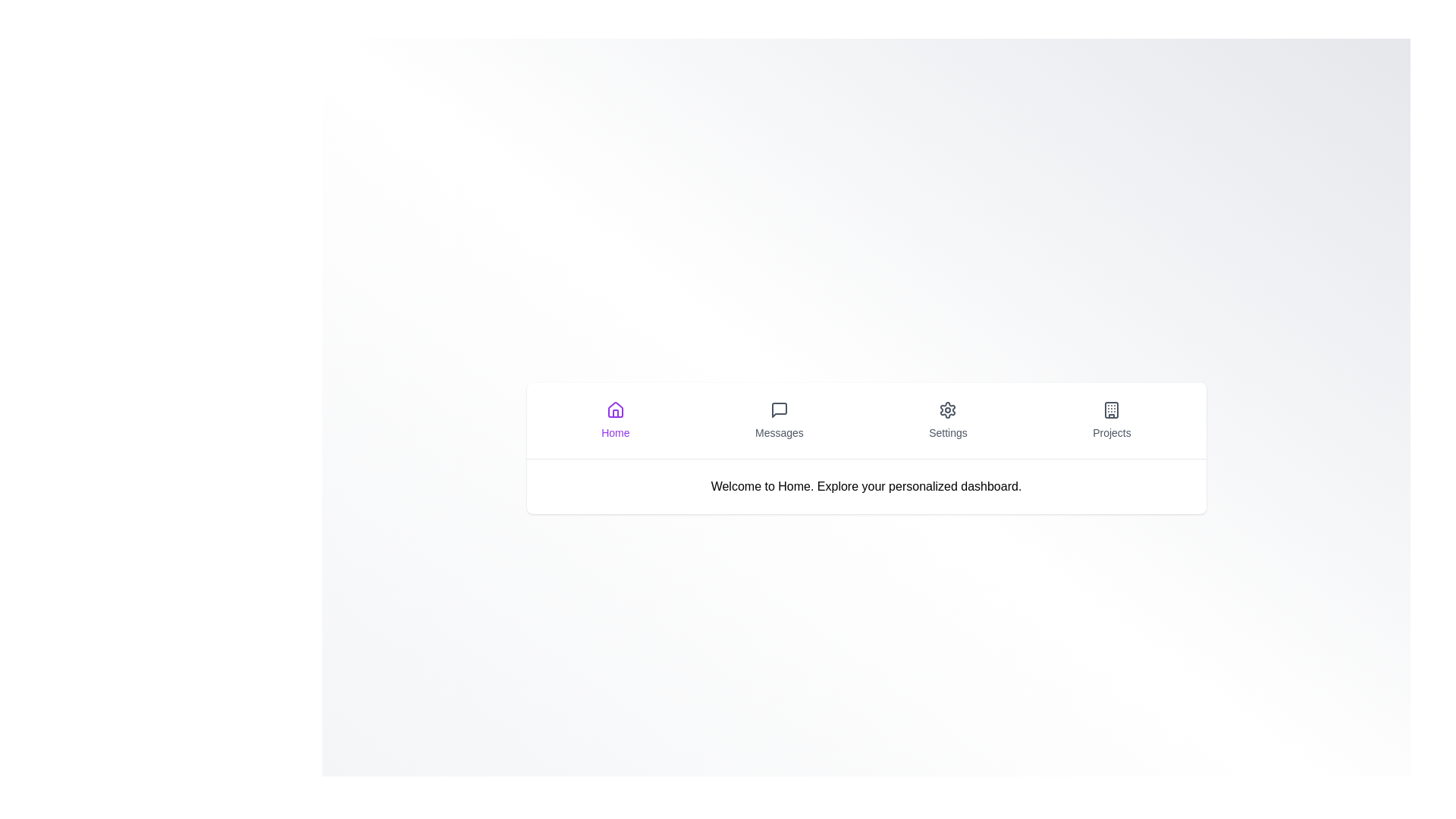  I want to click on the Messages tab by clicking on its icon or label, so click(779, 420).